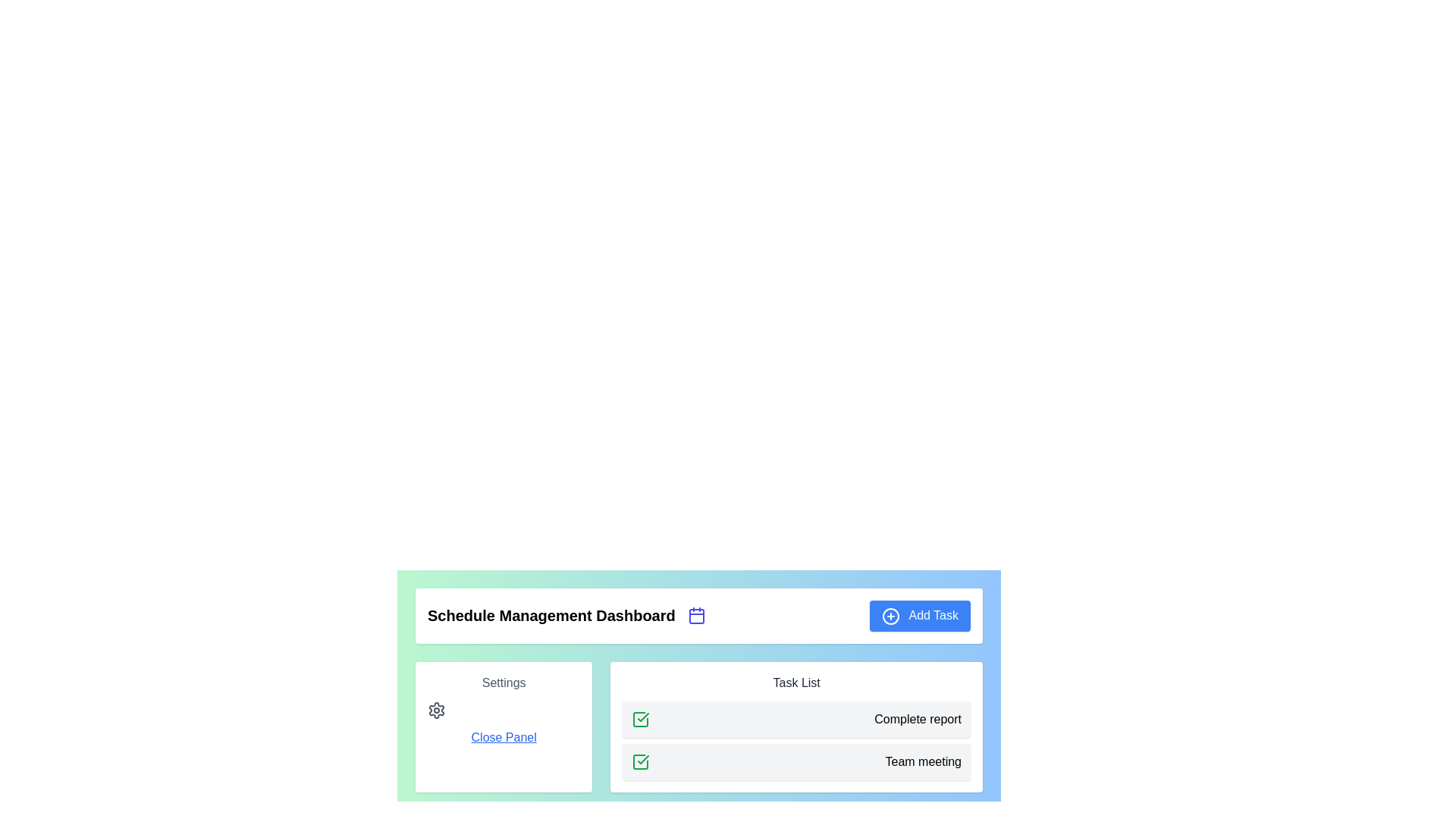  What do you see at coordinates (919, 616) in the screenshot?
I see `the 'Add Task' button located on the rightmost side of the 'Schedule Management Dashboard' for keyboard navigation` at bounding box center [919, 616].